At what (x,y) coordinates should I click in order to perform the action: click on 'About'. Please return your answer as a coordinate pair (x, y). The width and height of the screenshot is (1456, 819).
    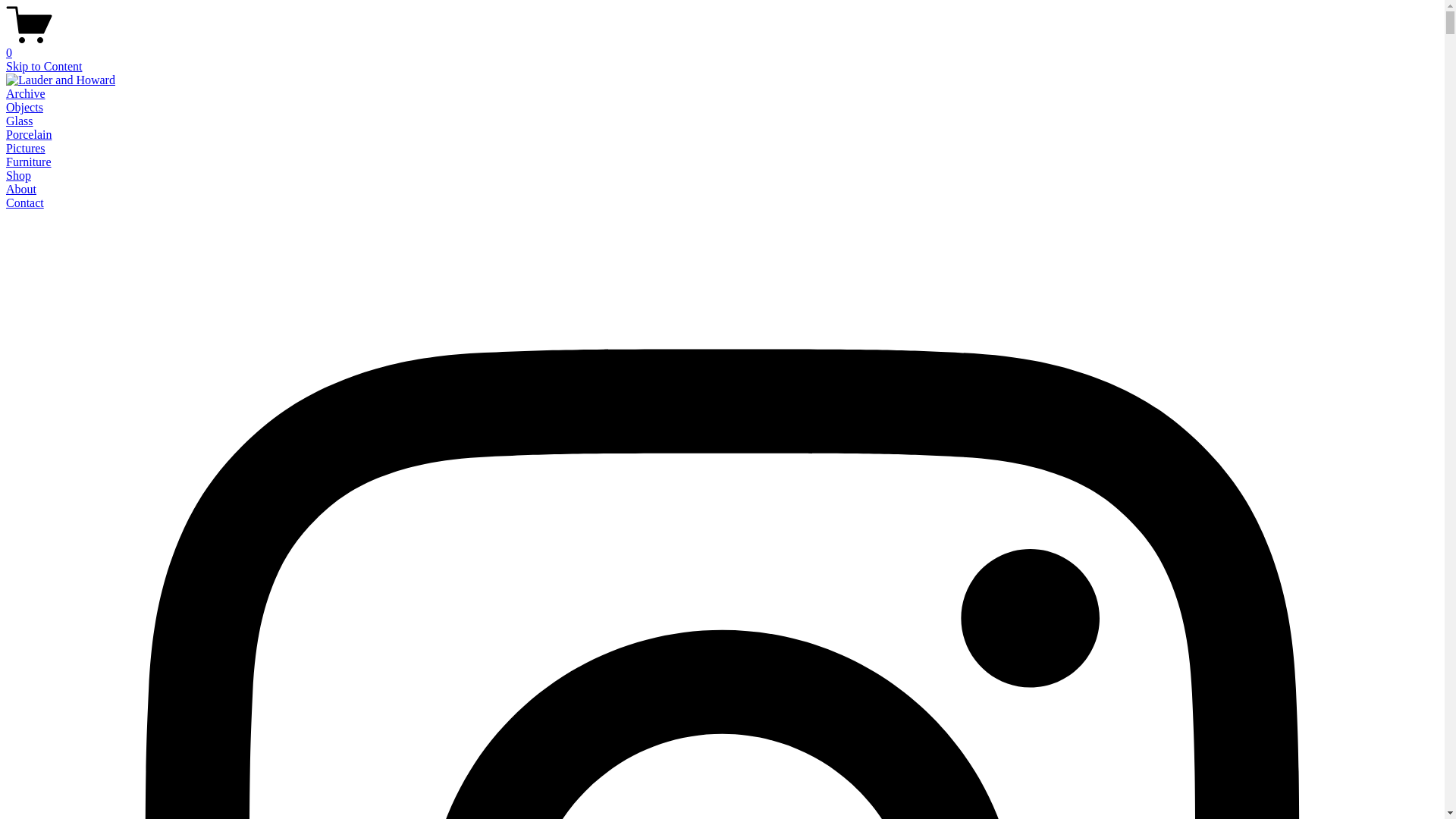
    Looking at the image, I should click on (21, 188).